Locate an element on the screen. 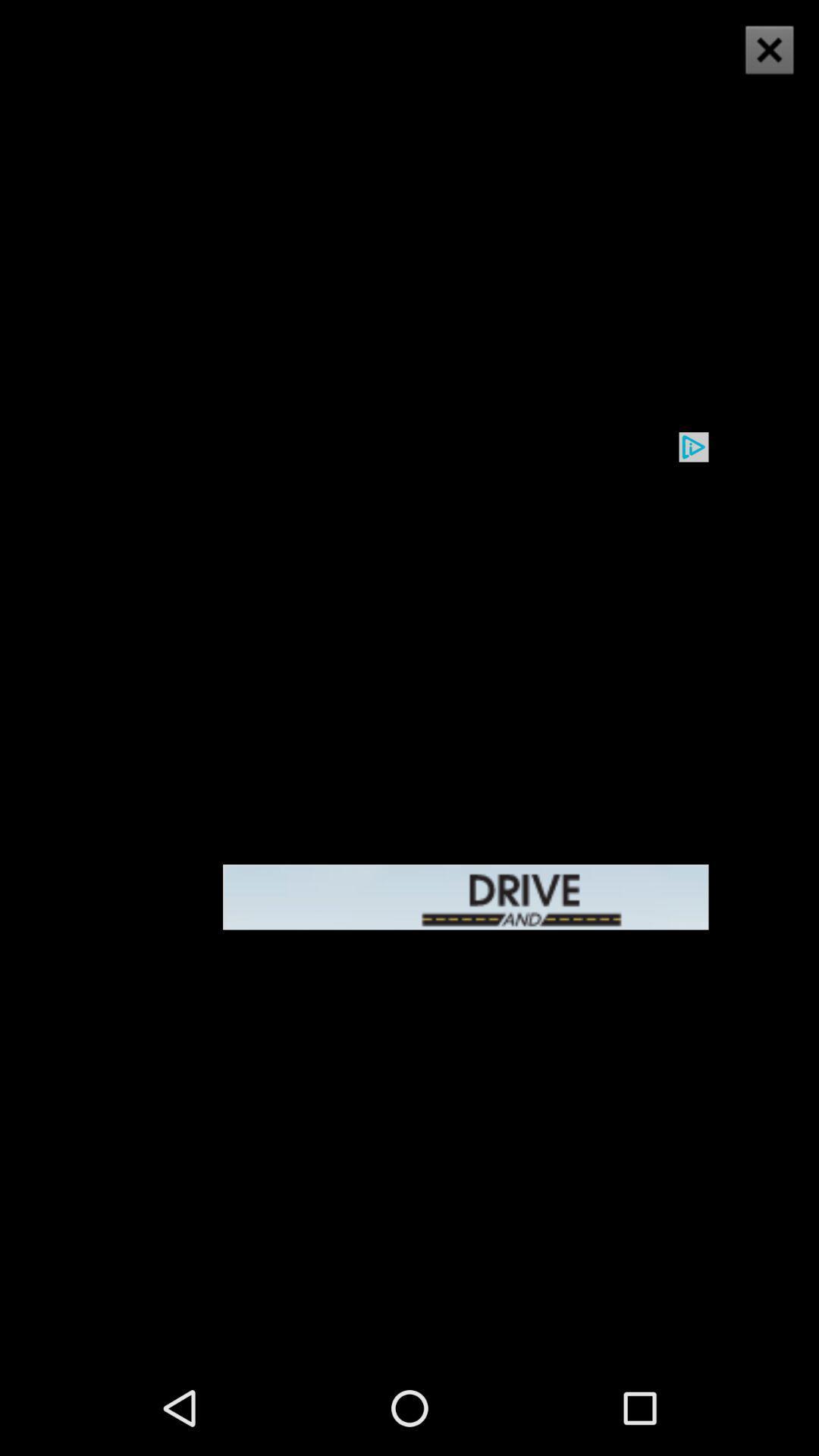 The height and width of the screenshot is (1456, 819). the close icon is located at coordinates (769, 53).